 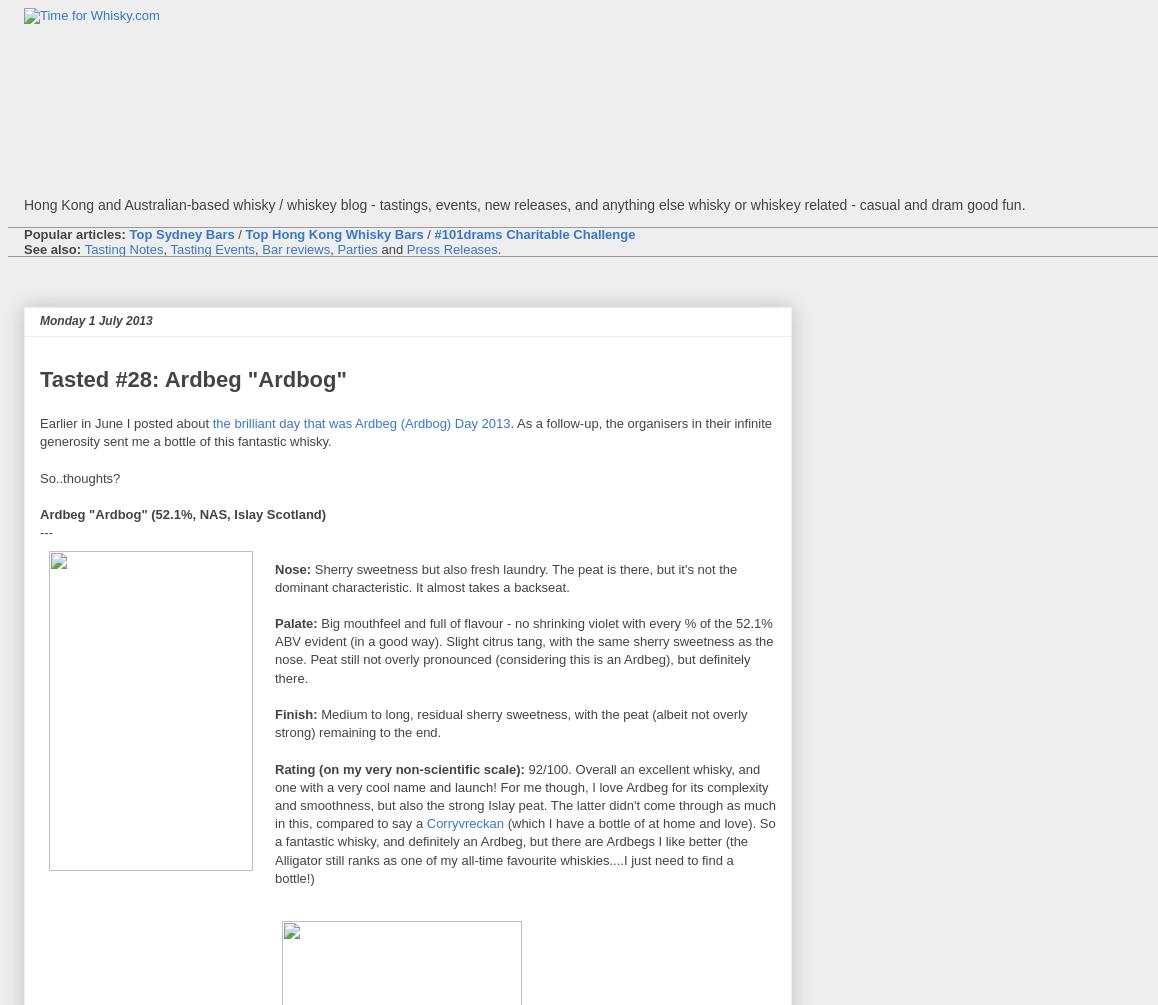 What do you see at coordinates (359, 423) in the screenshot?
I see `'the brilliant day that was Ardbeg (Ardbog) Day 2013'` at bounding box center [359, 423].